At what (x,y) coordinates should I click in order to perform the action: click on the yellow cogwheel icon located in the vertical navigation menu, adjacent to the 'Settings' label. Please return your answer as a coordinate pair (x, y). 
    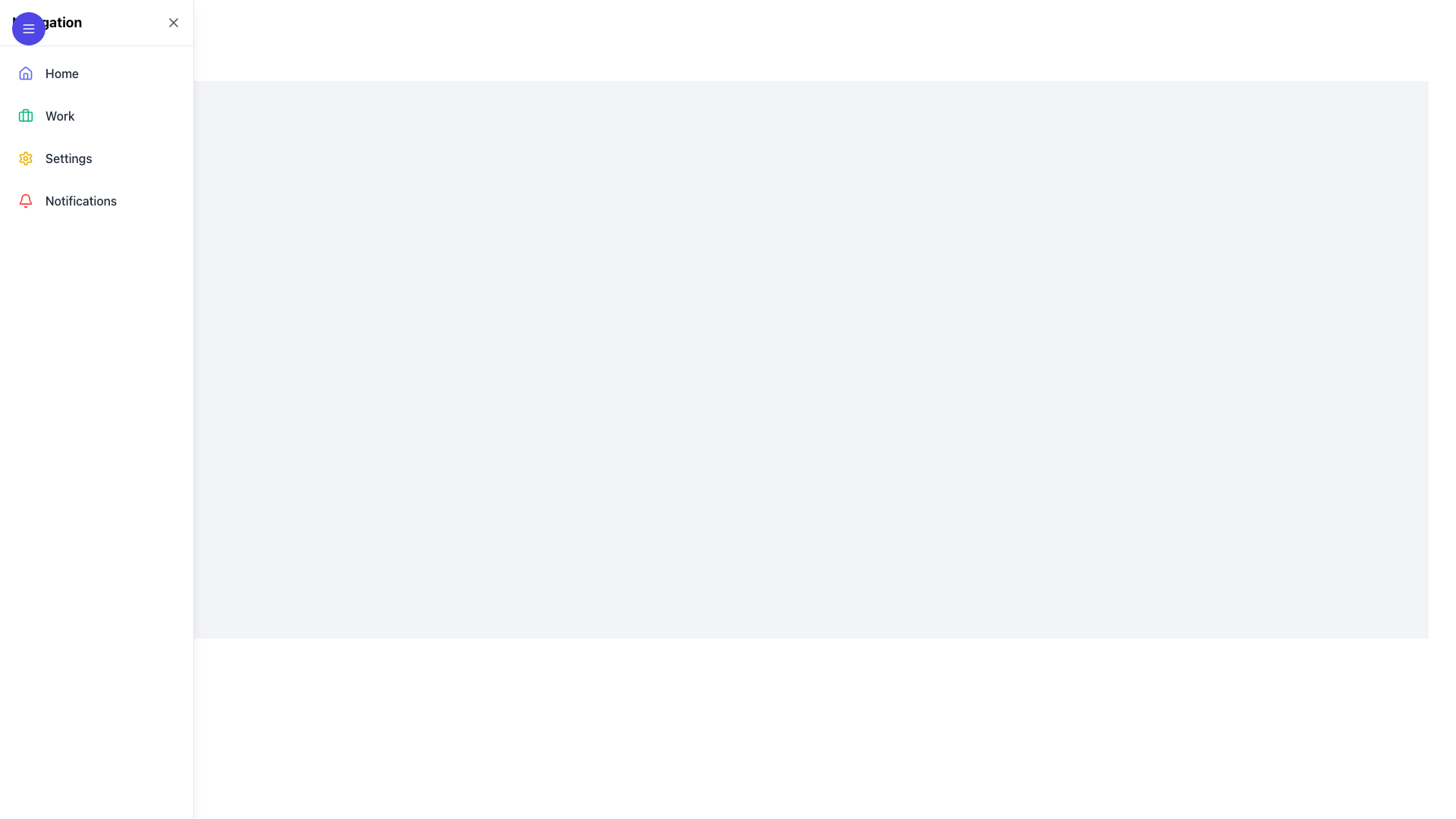
    Looking at the image, I should click on (25, 158).